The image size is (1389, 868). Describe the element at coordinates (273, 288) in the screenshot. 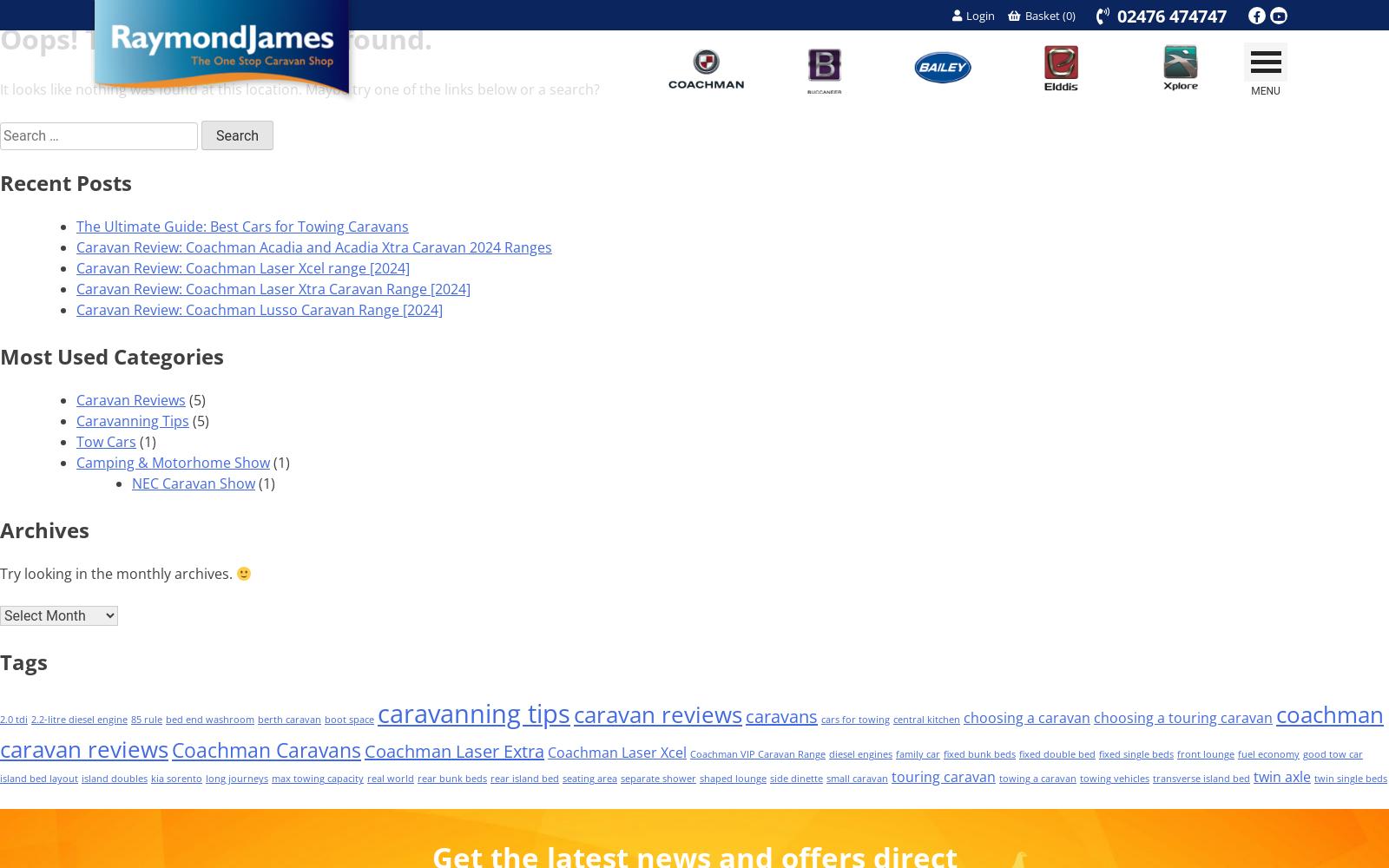

I see `'Caravan Review: Coachman Laser Xtra Caravan Range [2024]'` at that location.